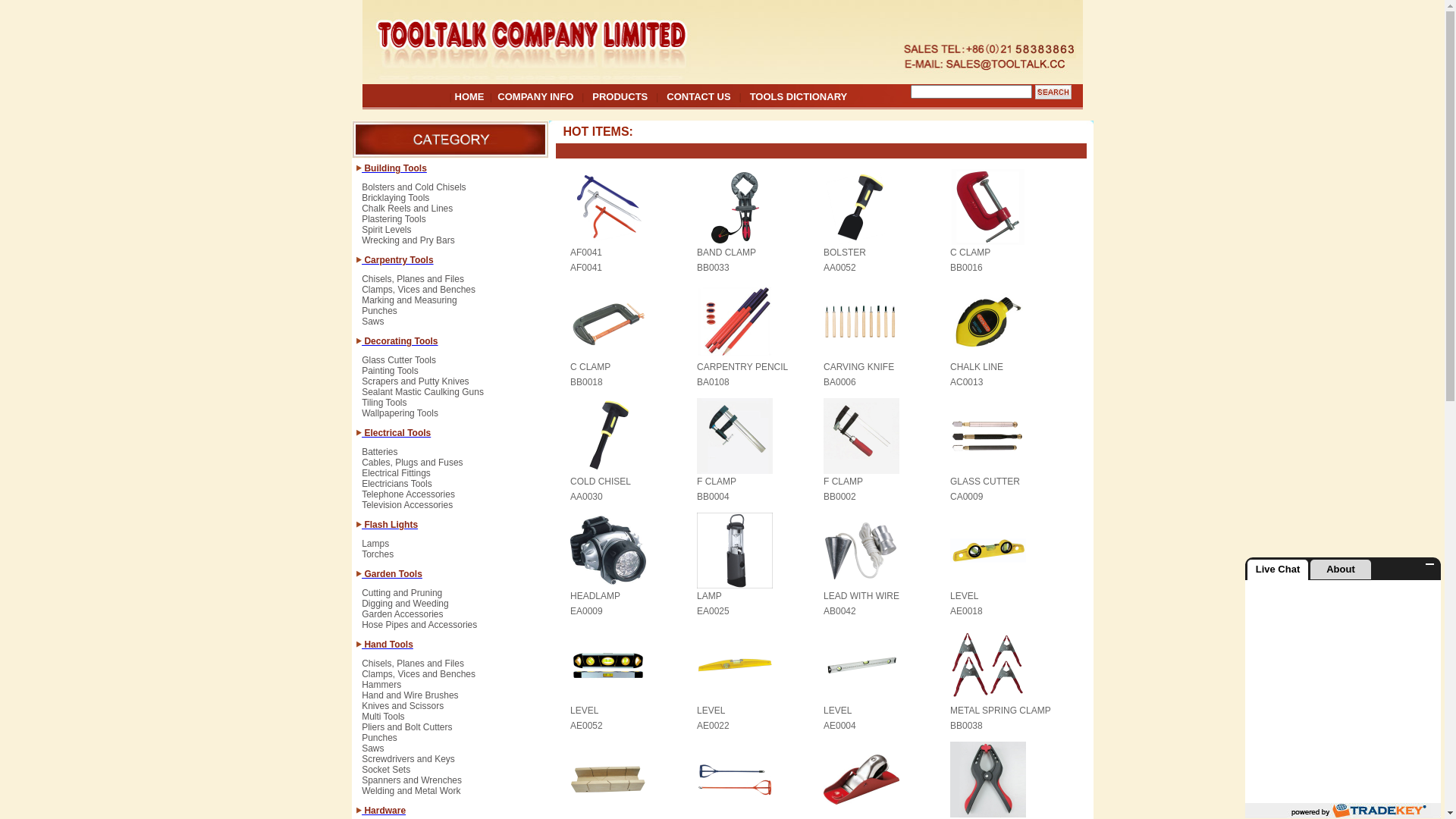 This screenshot has width=1456, height=819. What do you see at coordinates (535, 96) in the screenshot?
I see `'COMPANY INFO'` at bounding box center [535, 96].